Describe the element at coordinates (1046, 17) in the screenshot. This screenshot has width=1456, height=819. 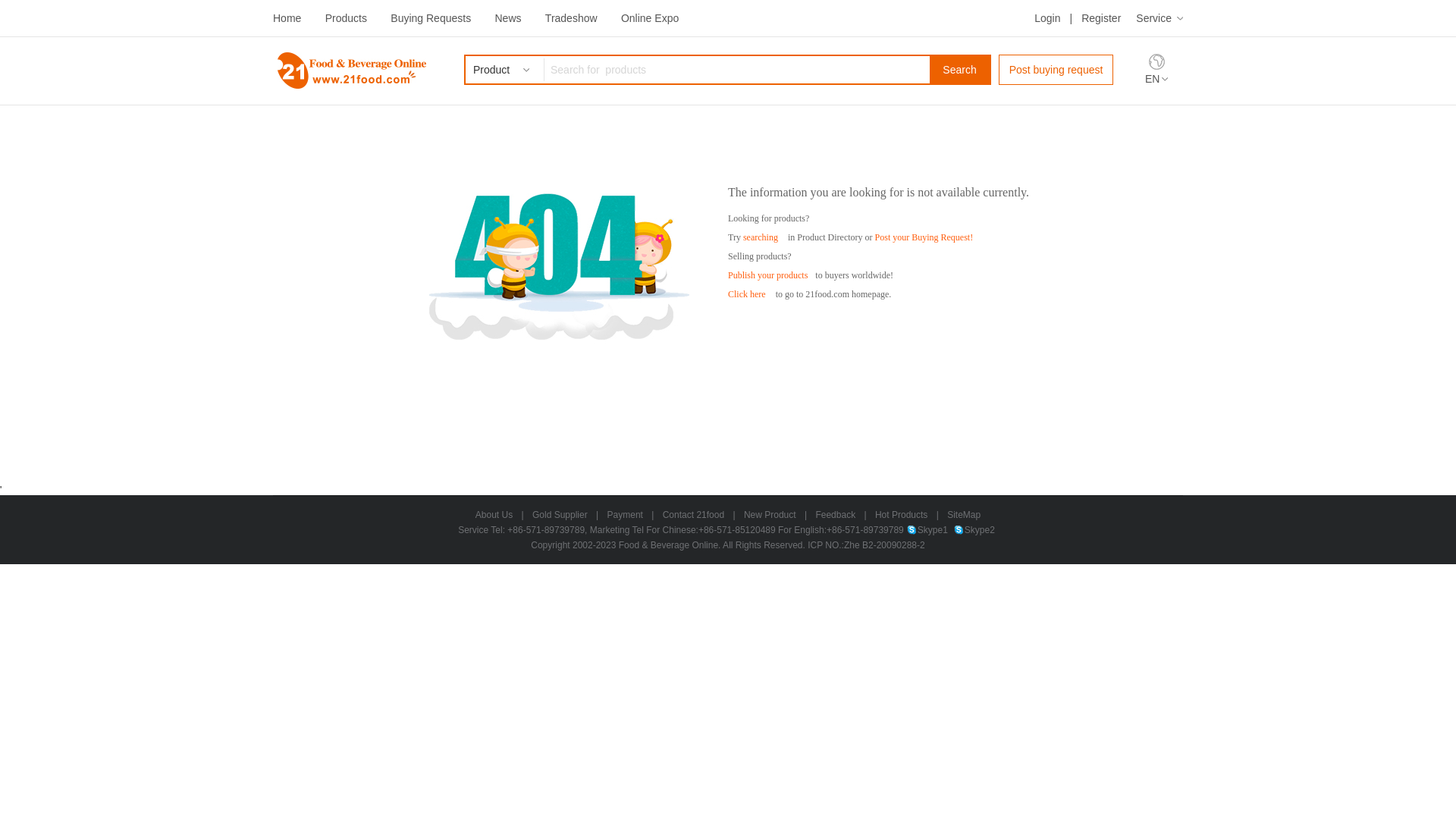
I see `'Login'` at that location.